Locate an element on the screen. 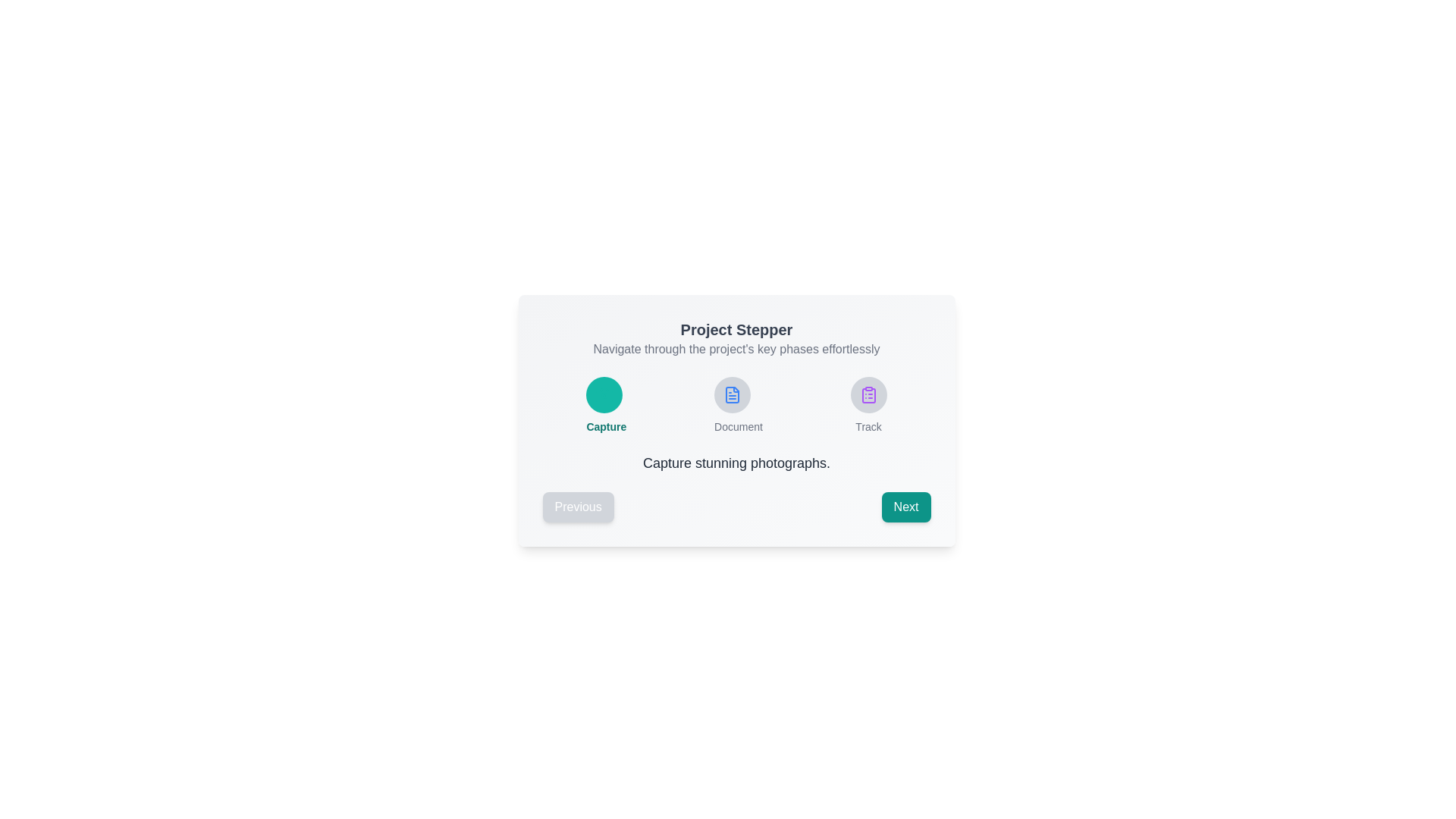 The image size is (1456, 819). the step icon for Capture is located at coordinates (604, 394).